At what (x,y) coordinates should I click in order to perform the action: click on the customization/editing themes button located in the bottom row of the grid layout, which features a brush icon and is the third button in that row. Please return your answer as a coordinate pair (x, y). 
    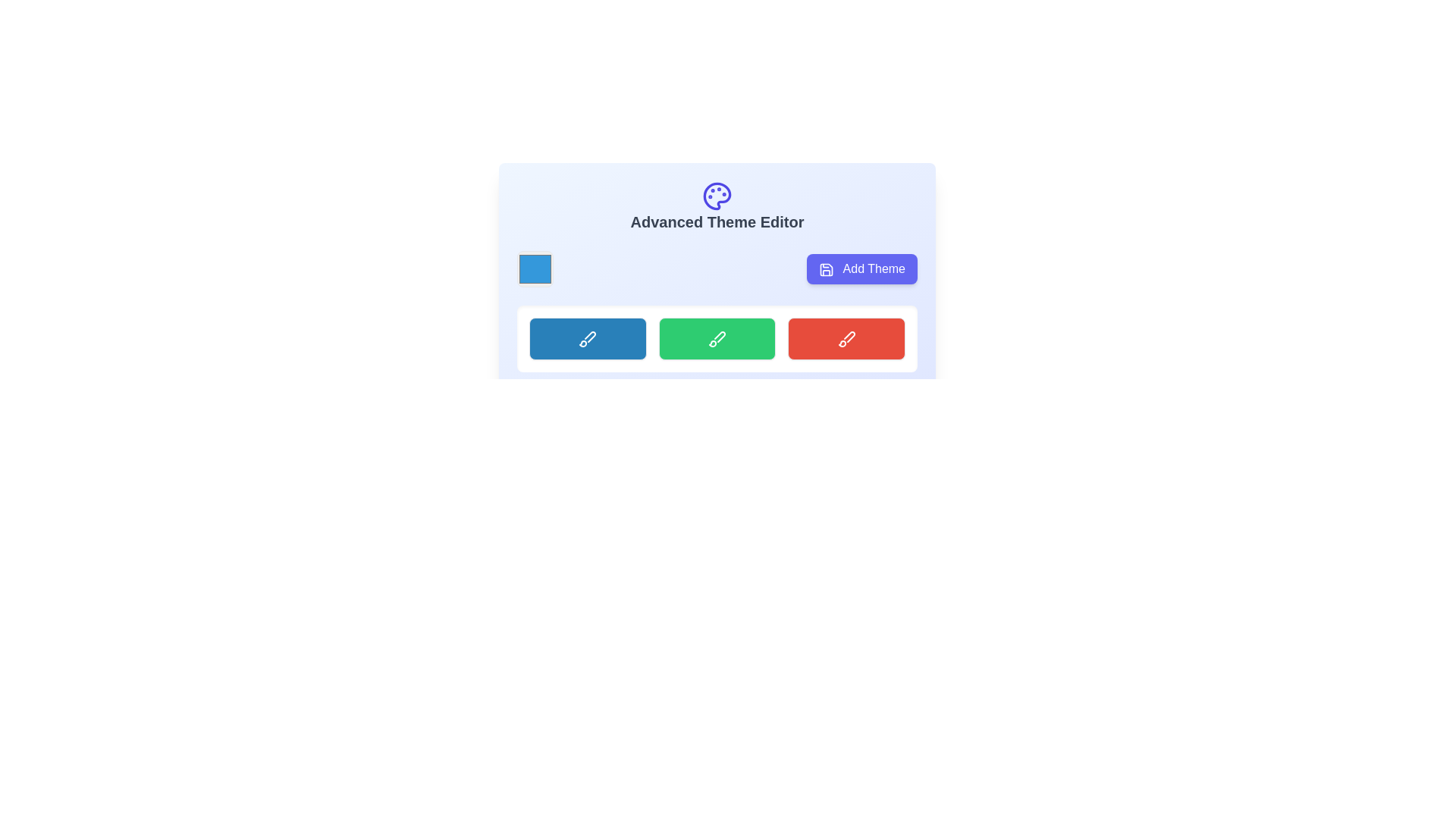
    Looking at the image, I should click on (846, 338).